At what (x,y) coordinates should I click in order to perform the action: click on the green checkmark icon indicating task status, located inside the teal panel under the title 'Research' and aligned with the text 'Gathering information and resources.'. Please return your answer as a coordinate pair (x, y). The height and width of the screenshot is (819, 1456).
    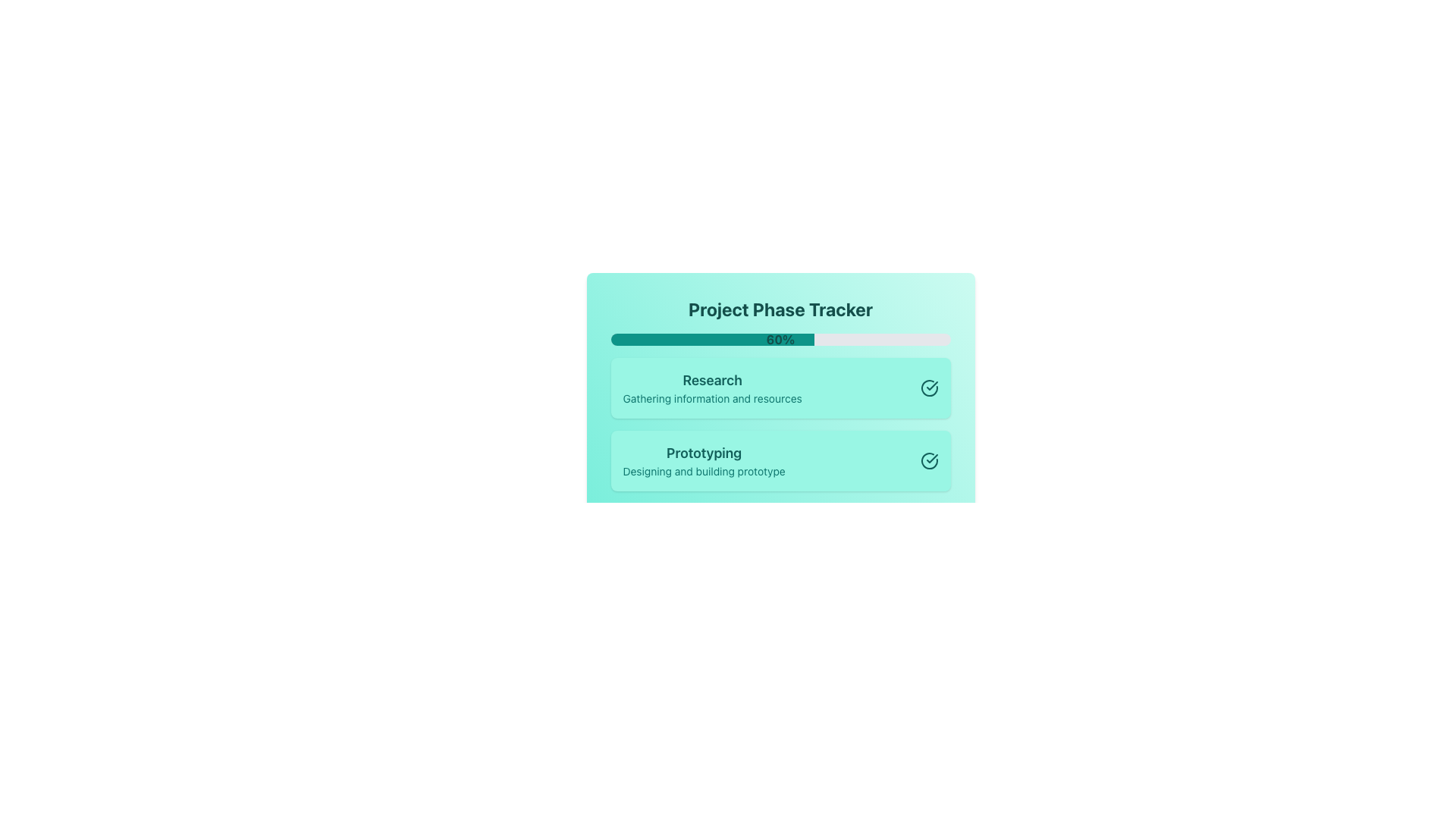
    Looking at the image, I should click on (930, 385).